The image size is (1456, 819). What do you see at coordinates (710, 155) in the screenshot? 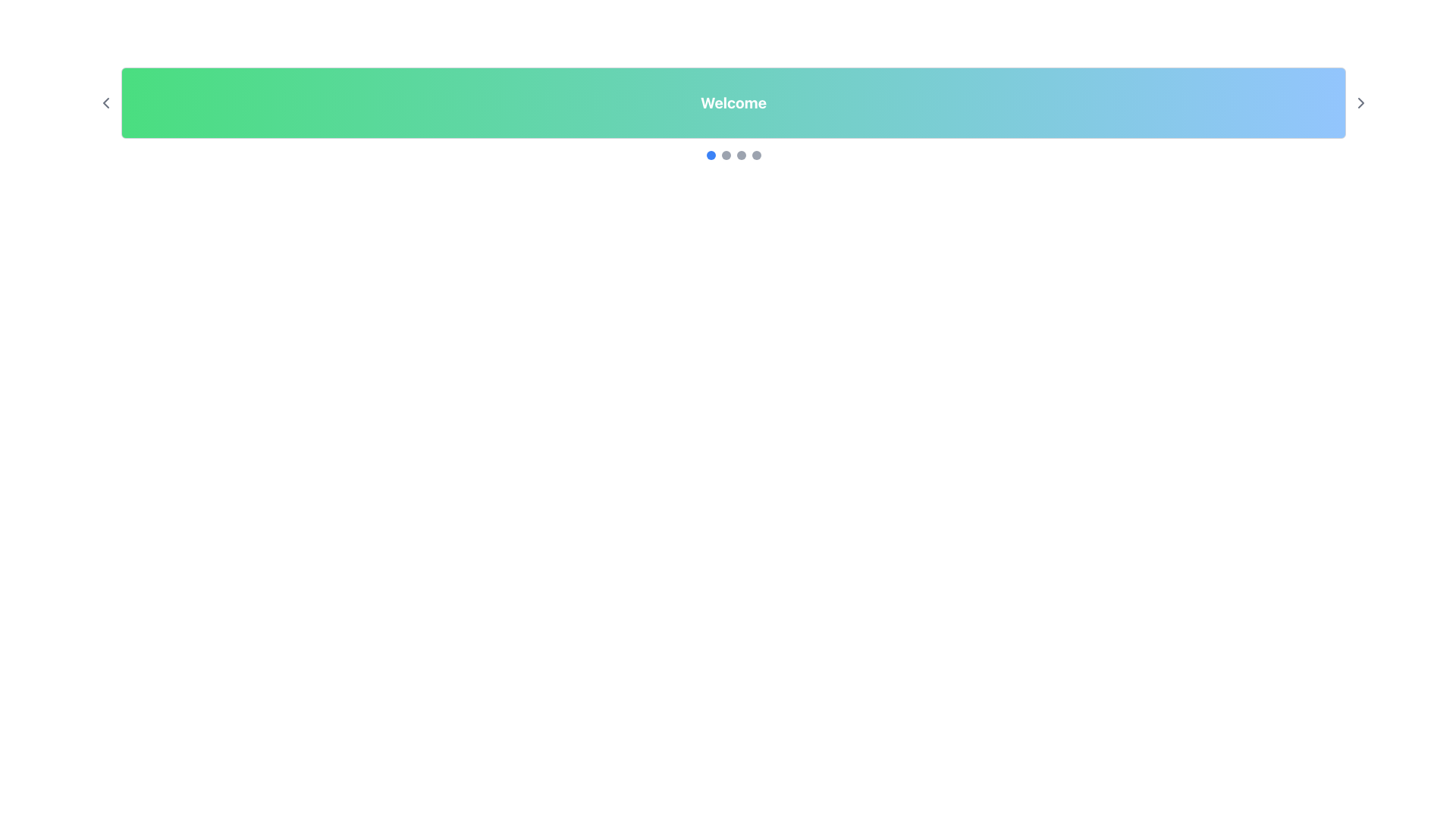
I see `the blue circular Indicator element located beneath the 'Welcome' header` at bounding box center [710, 155].